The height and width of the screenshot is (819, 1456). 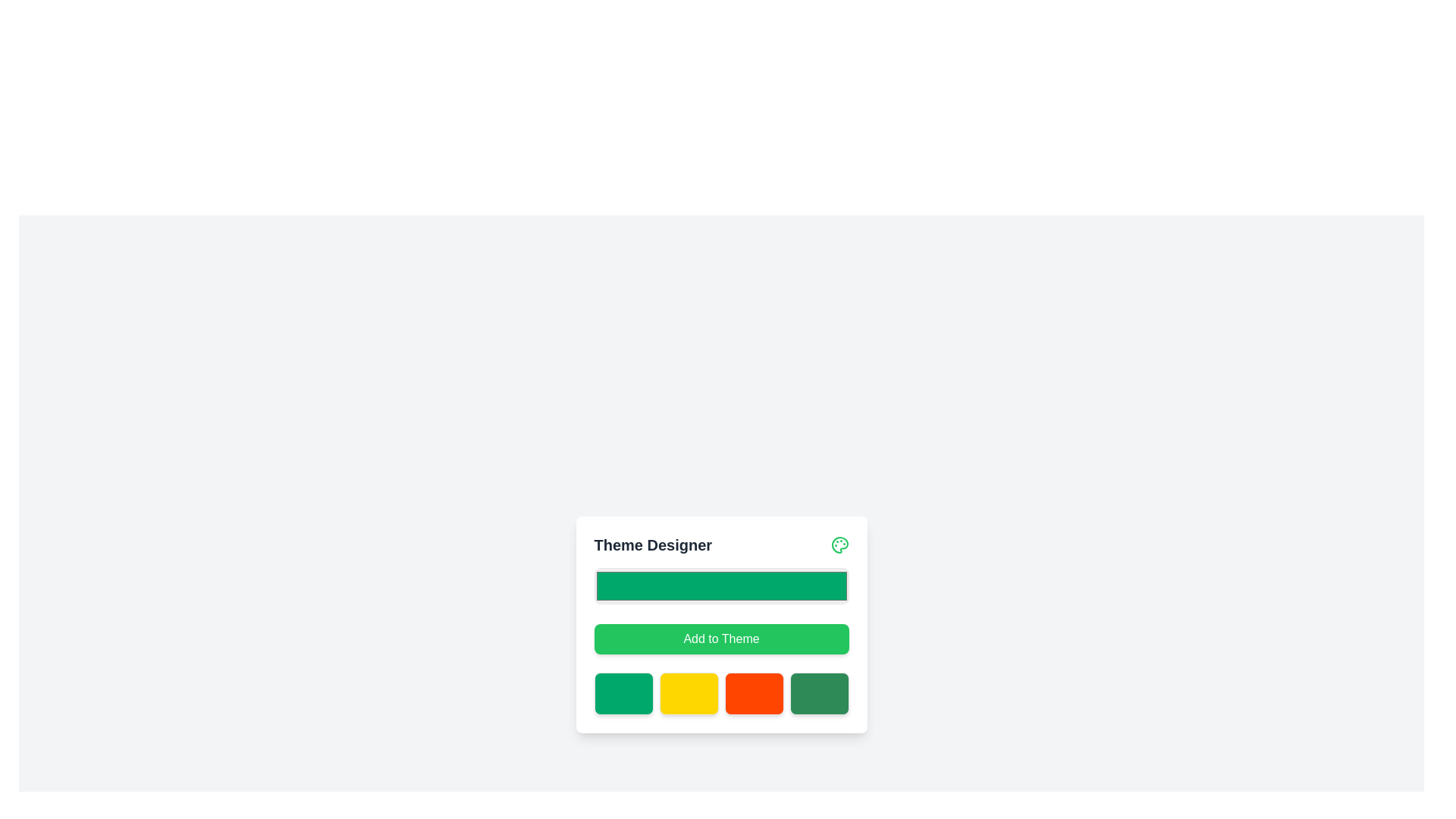 What do you see at coordinates (818, 693) in the screenshot?
I see `the button located at the bottom right of the card, which is the fourth button in a row of four, to trigger a tooltip or highlight effect` at bounding box center [818, 693].